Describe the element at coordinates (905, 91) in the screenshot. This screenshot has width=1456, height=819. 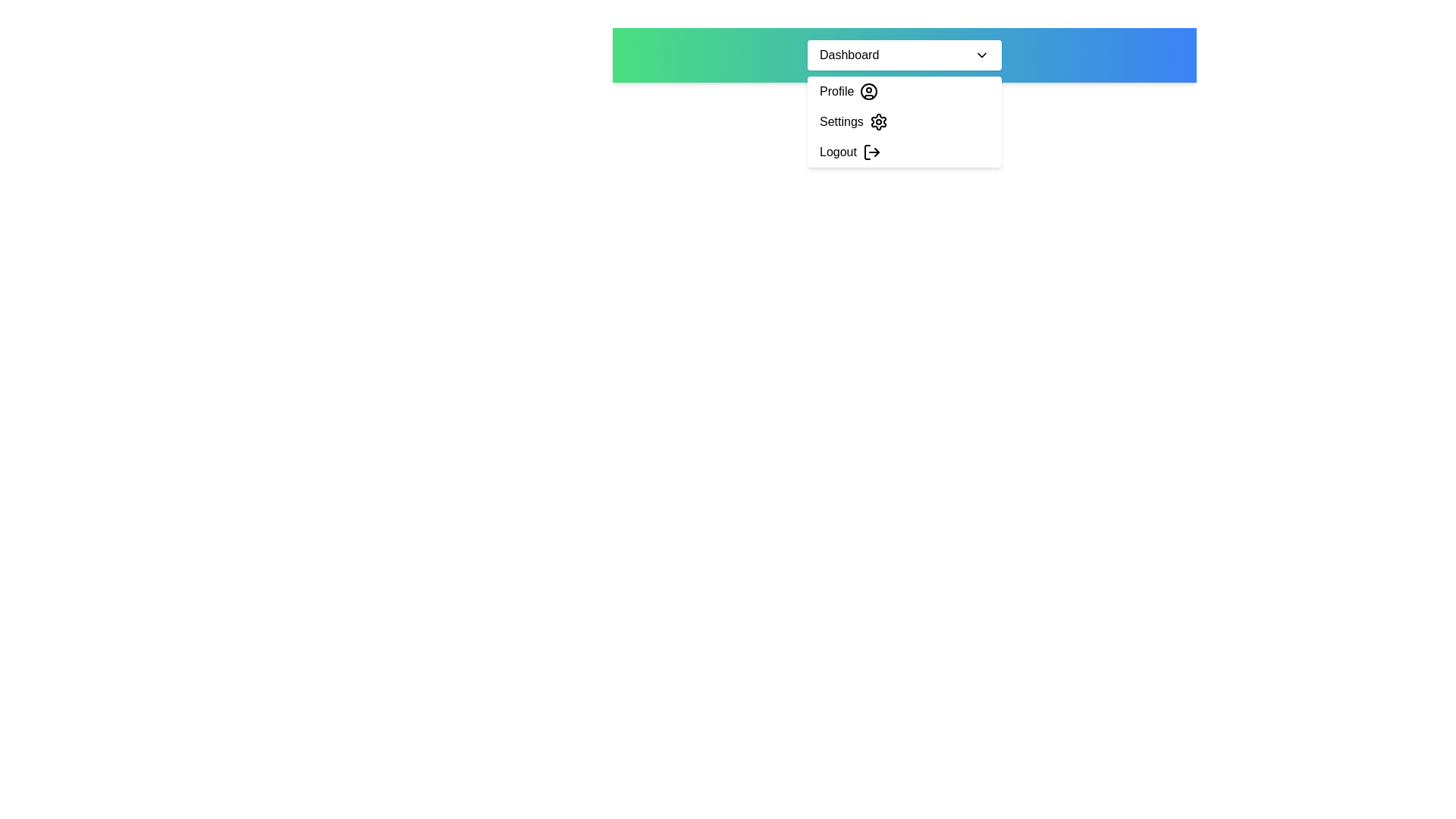
I see `the 'Profile' option in the dropdown menu` at that location.